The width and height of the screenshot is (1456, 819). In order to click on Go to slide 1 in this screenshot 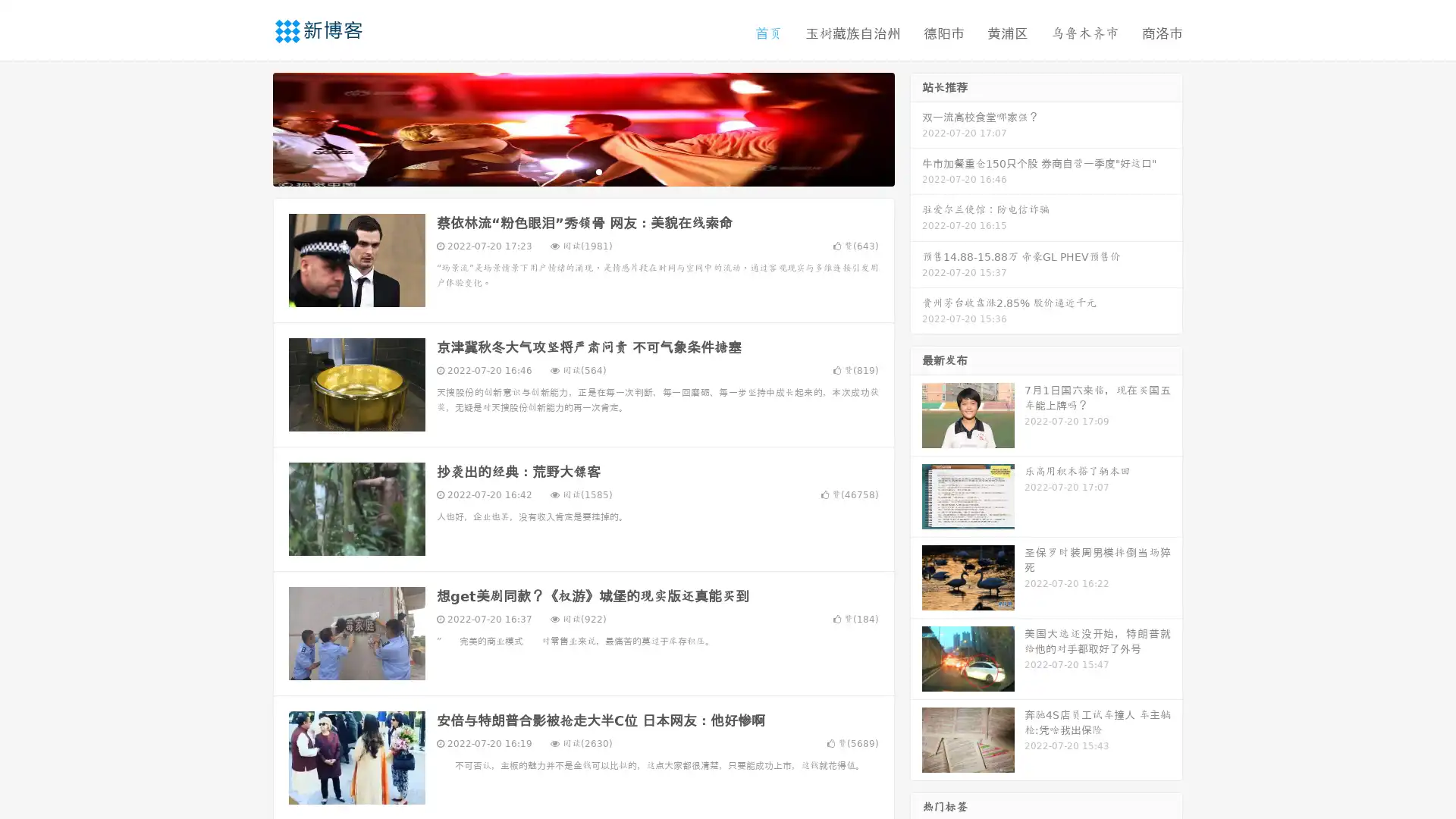, I will do `click(567, 171)`.